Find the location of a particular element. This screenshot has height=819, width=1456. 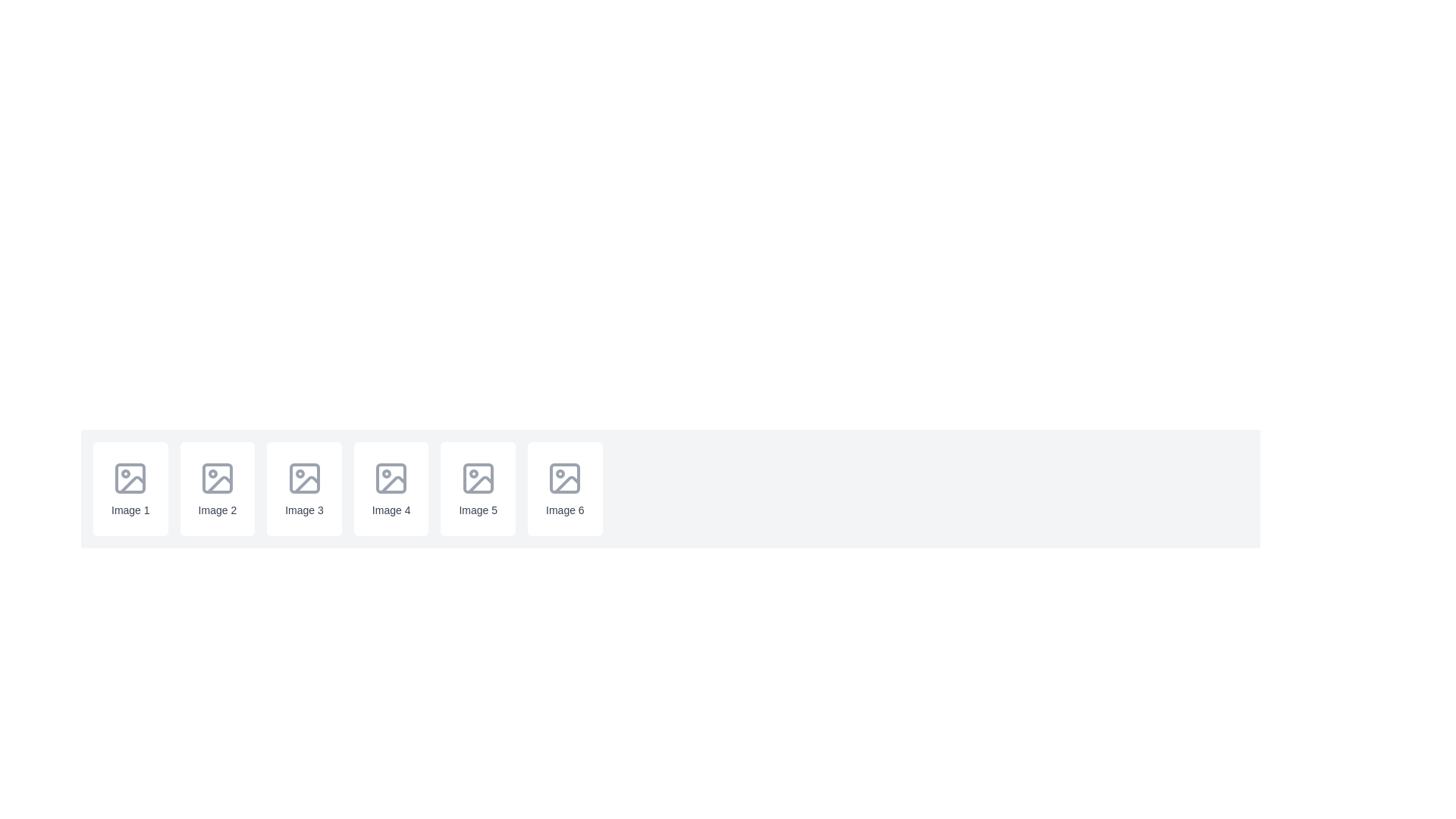

the image selection card located centrally in the row of six cards is located at coordinates (391, 488).